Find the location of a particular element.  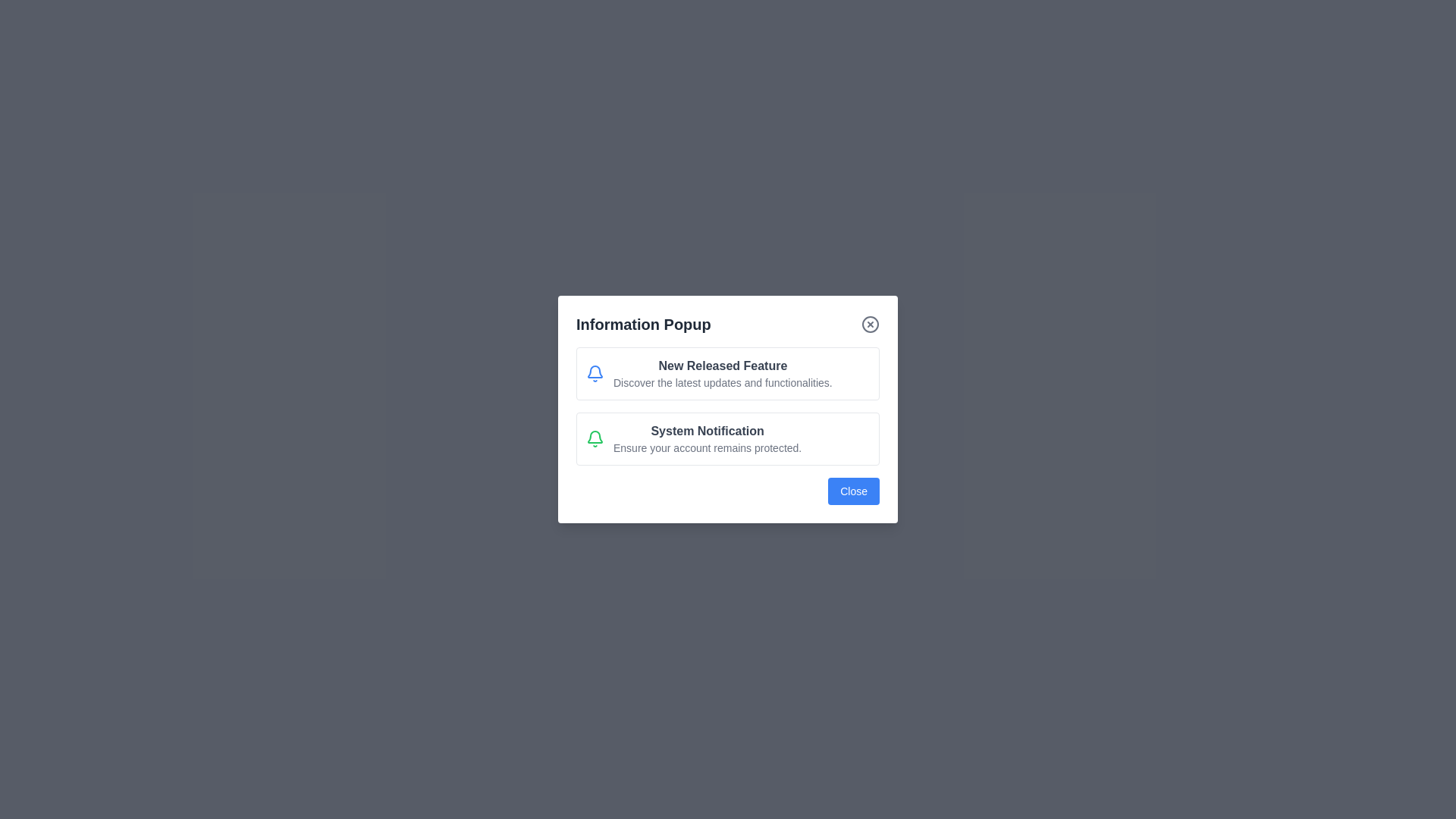

the 'X' button in the top-right corner of the dialog to close it is located at coordinates (870, 324).